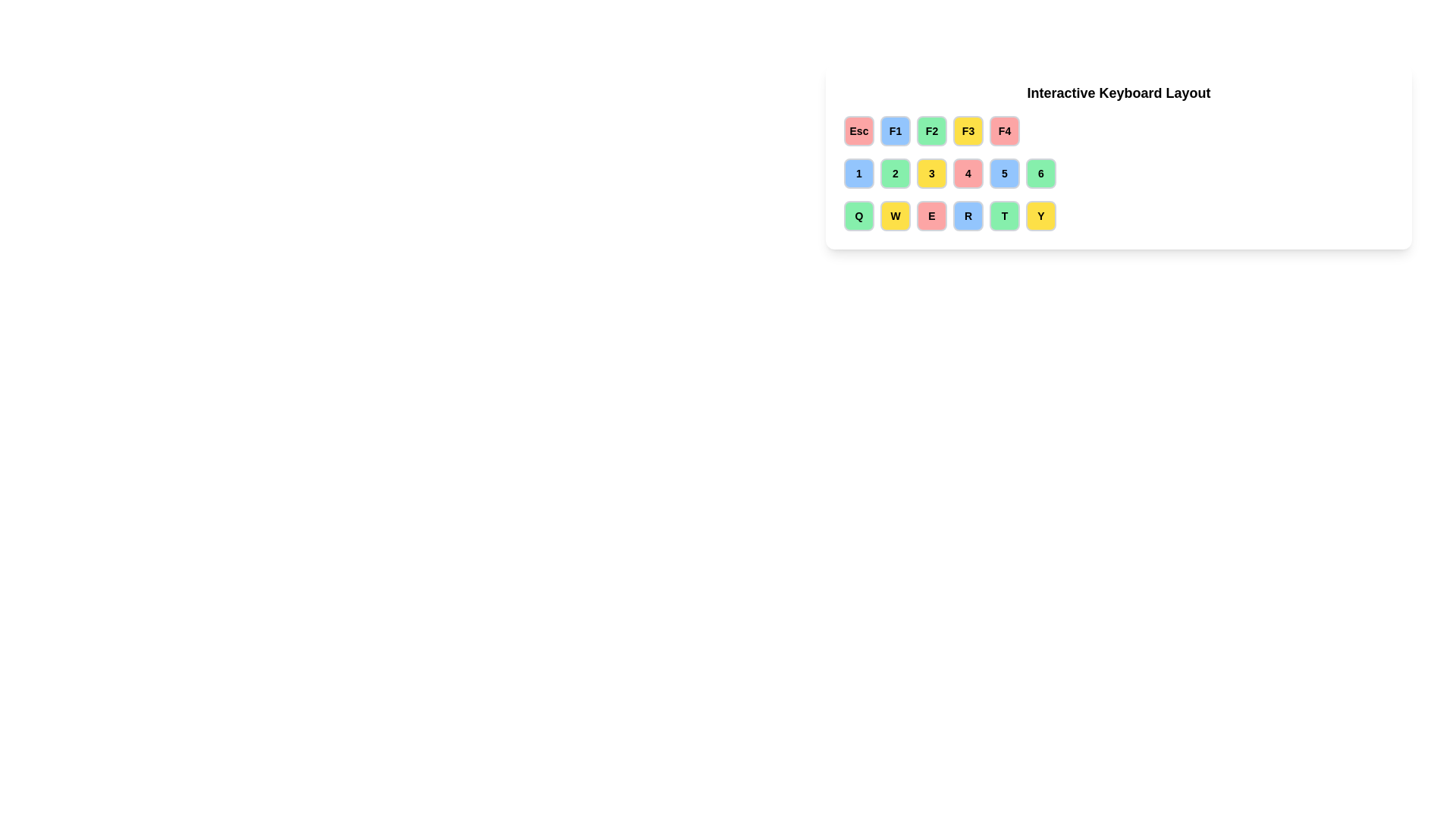  What do you see at coordinates (930, 216) in the screenshot?
I see `the Static Label Button displaying the letter 'E' with a pastel red background and grey border, which is the third button in the 'QWERTY' layout` at bounding box center [930, 216].